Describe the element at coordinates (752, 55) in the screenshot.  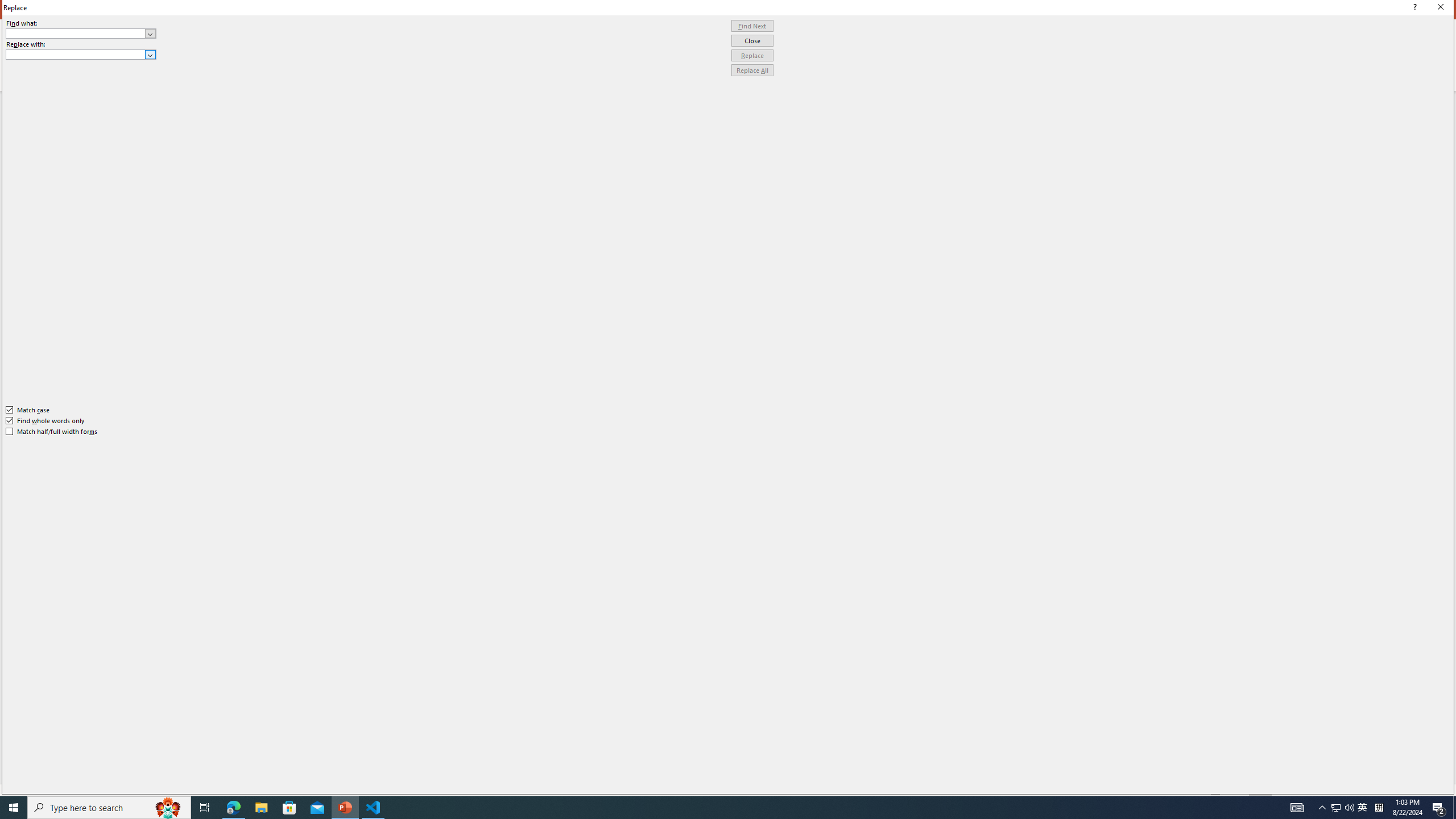
I see `'Replace'` at that location.